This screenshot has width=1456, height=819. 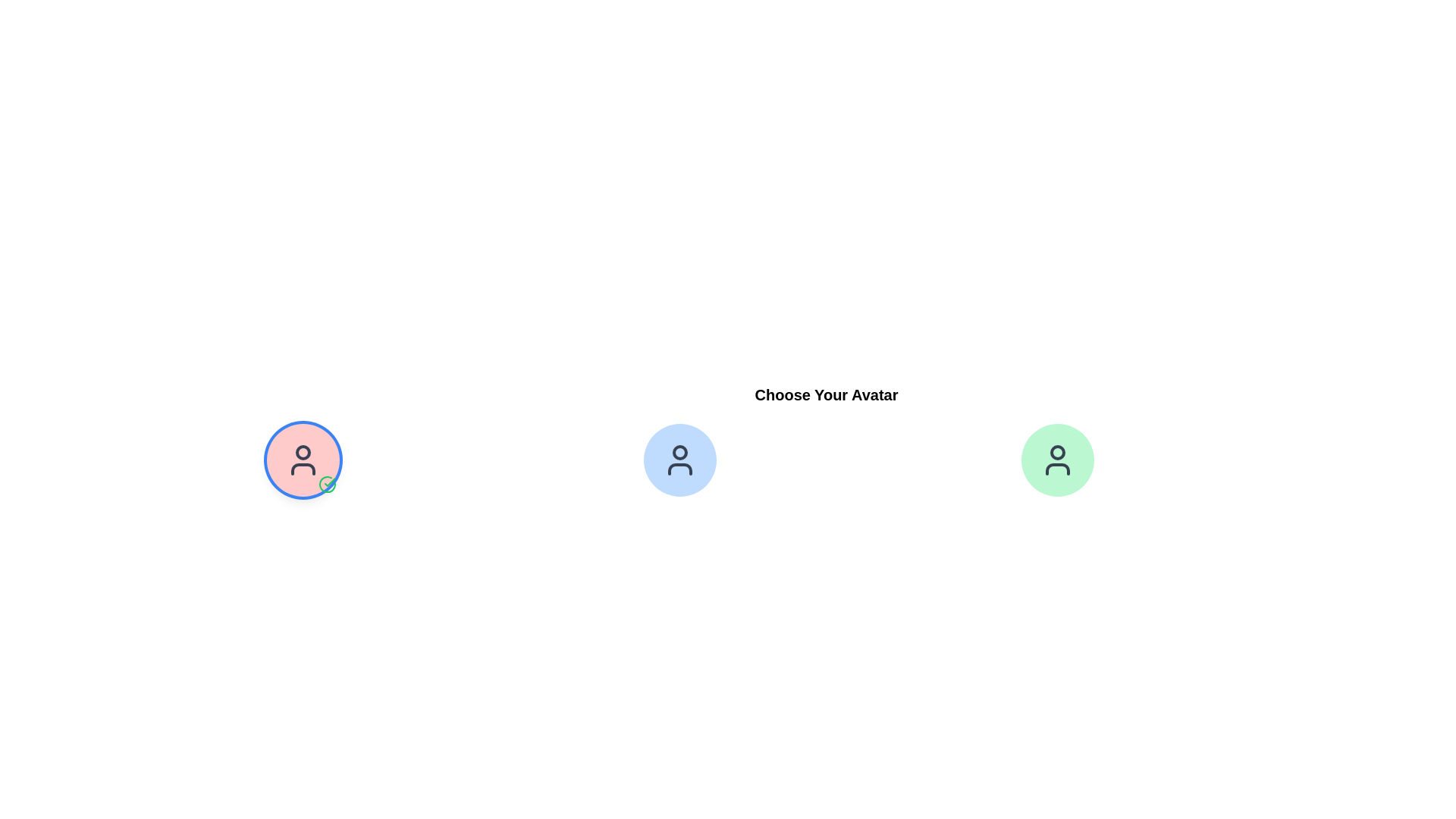 What do you see at coordinates (327, 485) in the screenshot?
I see `the status icon located at the bottom-right of the circular pink background that accompanies the user icon` at bounding box center [327, 485].